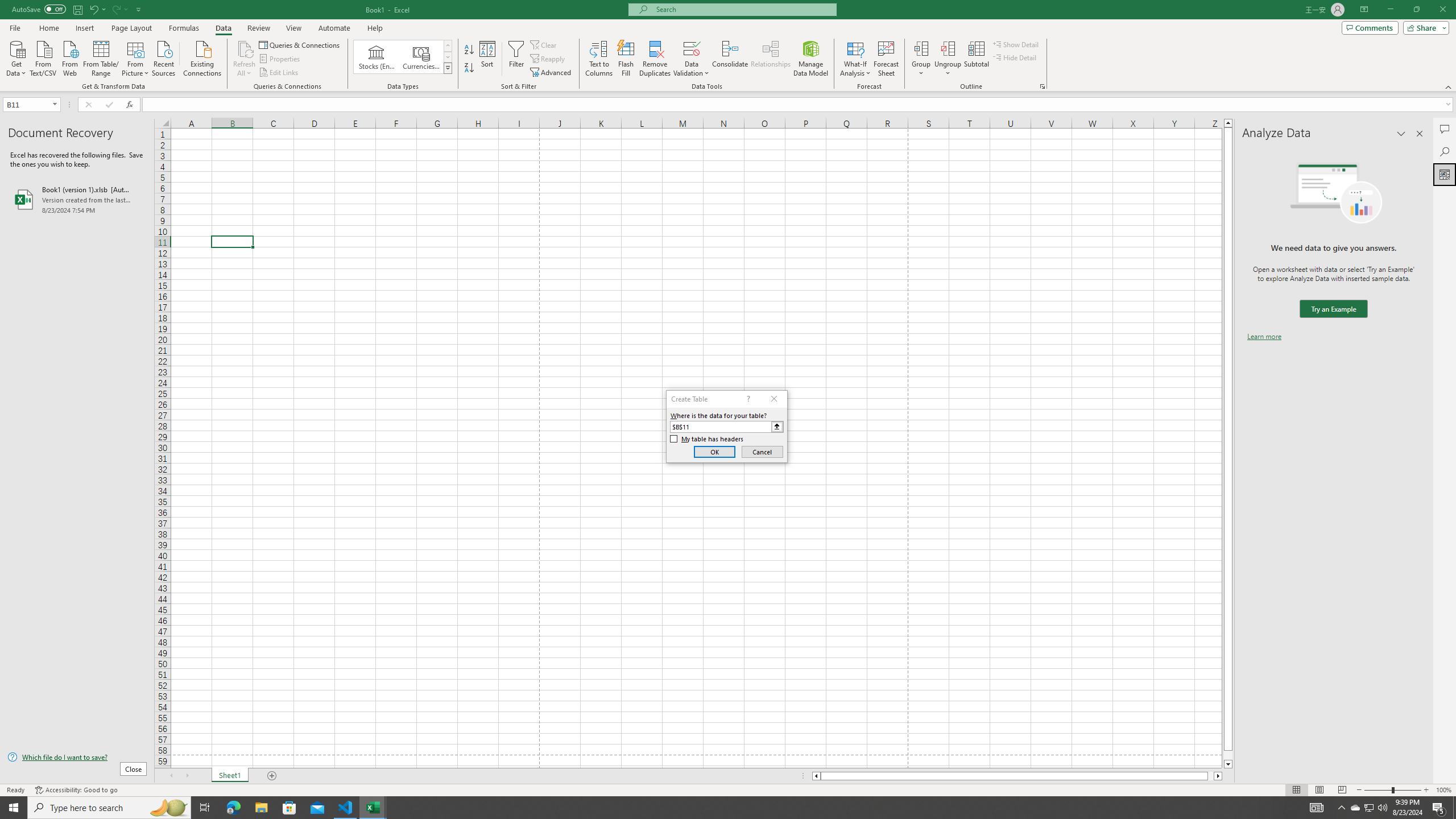 Image resolution: width=1456 pixels, height=819 pixels. Describe the element at coordinates (469, 49) in the screenshot. I see `'Sort A to Z'` at that location.